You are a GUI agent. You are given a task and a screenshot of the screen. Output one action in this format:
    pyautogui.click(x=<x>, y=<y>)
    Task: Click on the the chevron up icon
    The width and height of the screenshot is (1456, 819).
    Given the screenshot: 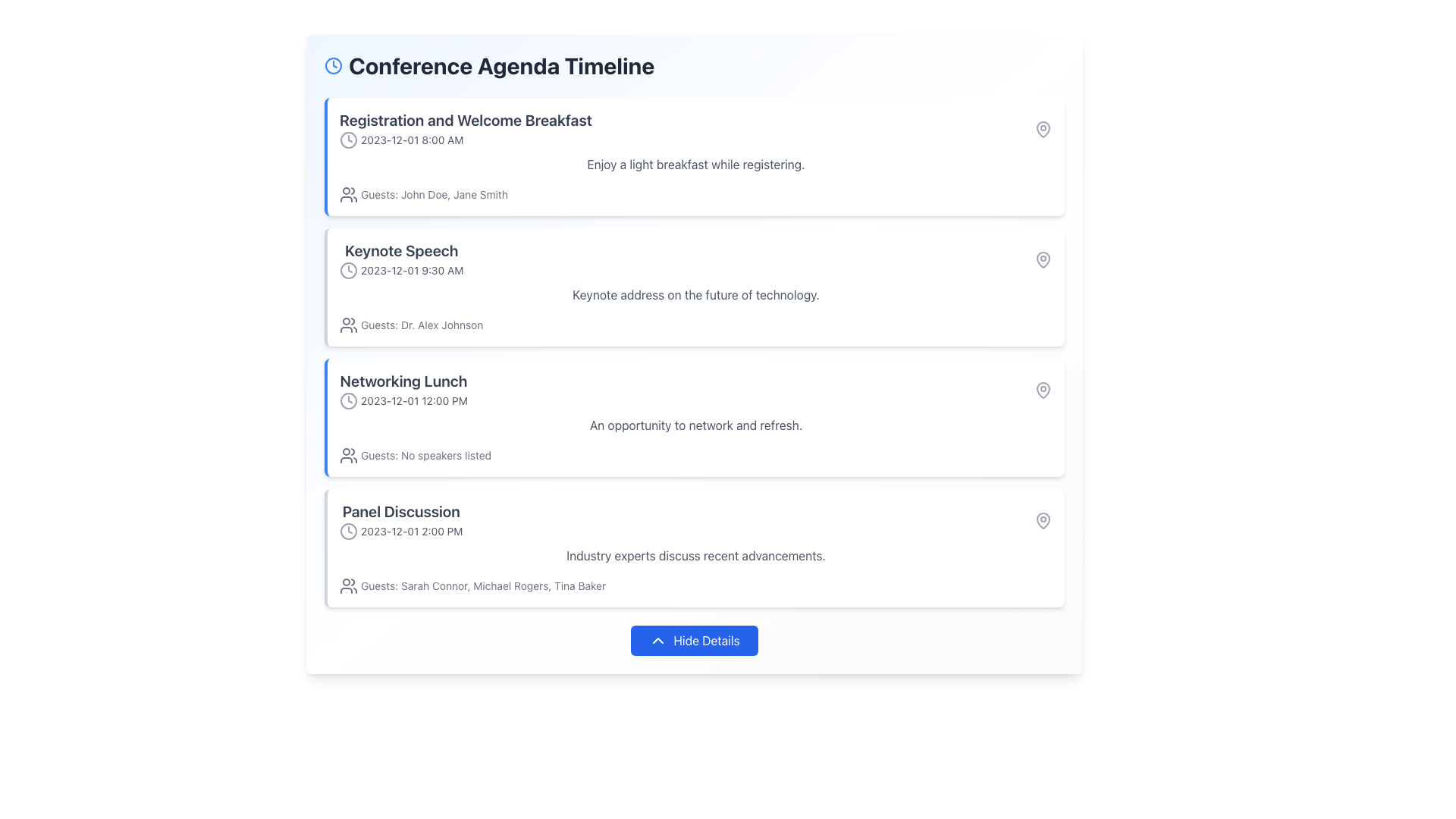 What is the action you would take?
    pyautogui.click(x=658, y=640)
    